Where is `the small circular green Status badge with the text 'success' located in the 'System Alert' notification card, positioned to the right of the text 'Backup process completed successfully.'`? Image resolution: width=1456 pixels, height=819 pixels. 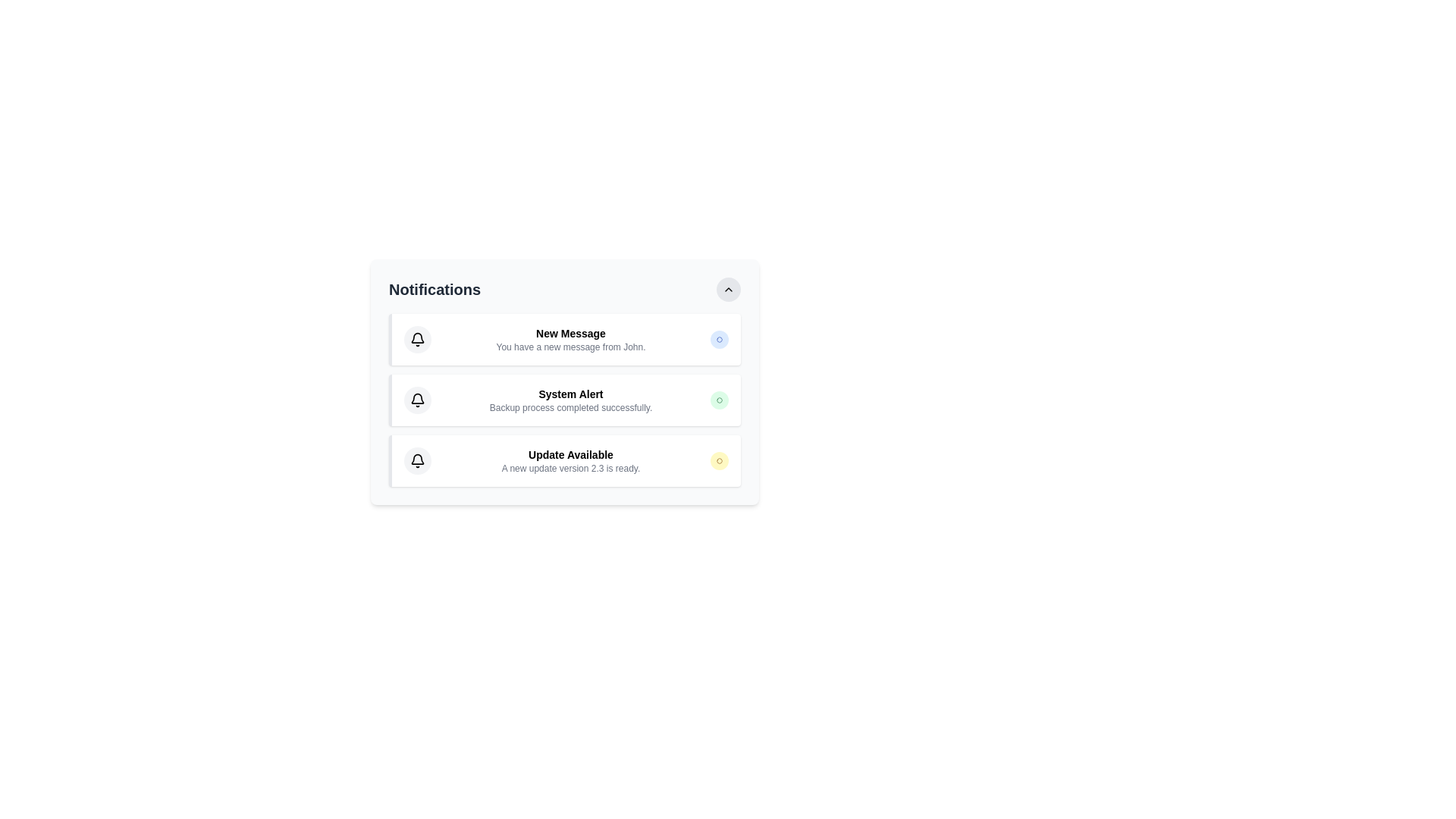 the small circular green Status badge with the text 'success' located in the 'System Alert' notification card, positioned to the right of the text 'Backup process completed successfully.' is located at coordinates (719, 400).